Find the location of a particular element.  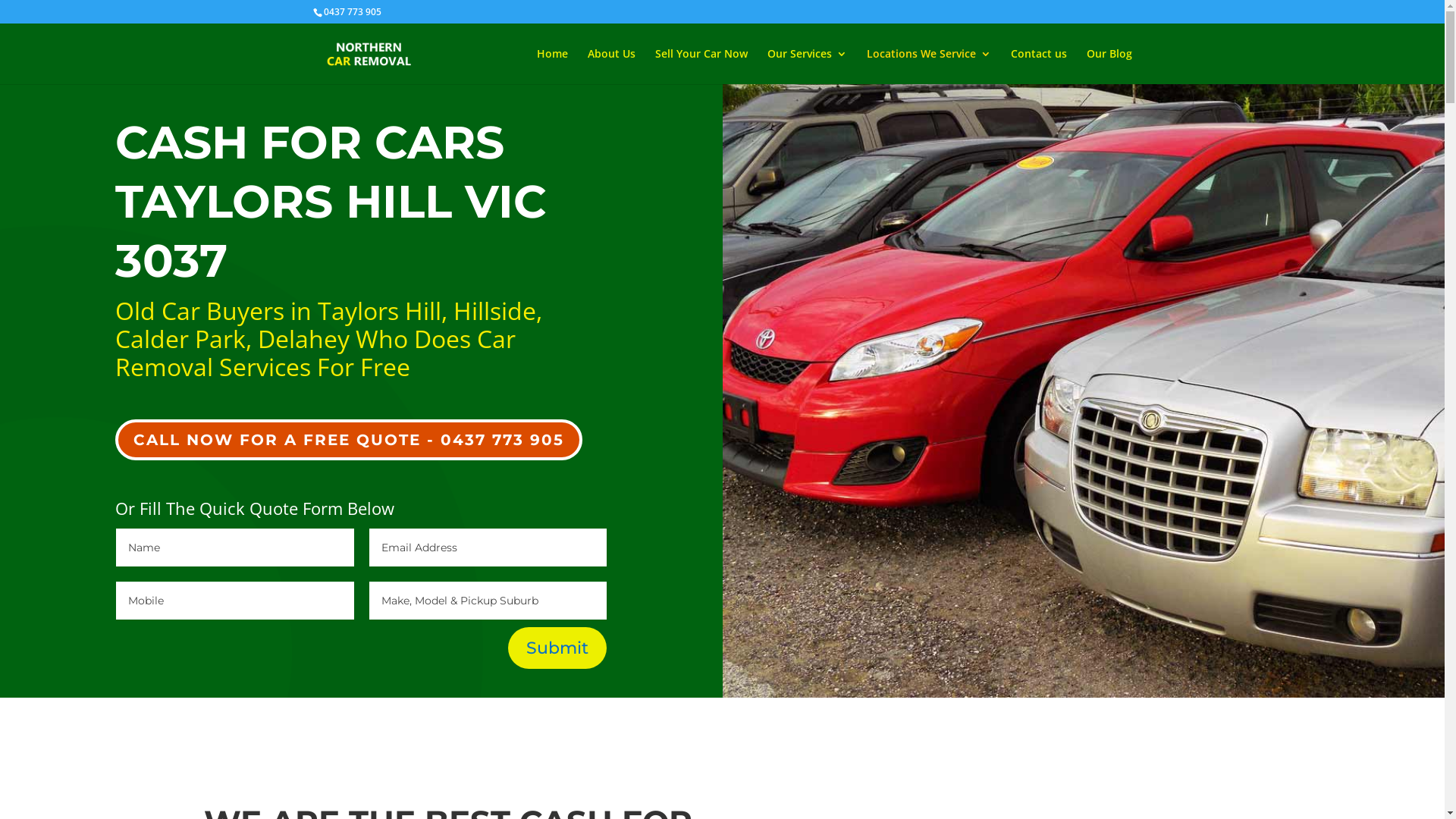

'Our Services' is located at coordinates (806, 65).